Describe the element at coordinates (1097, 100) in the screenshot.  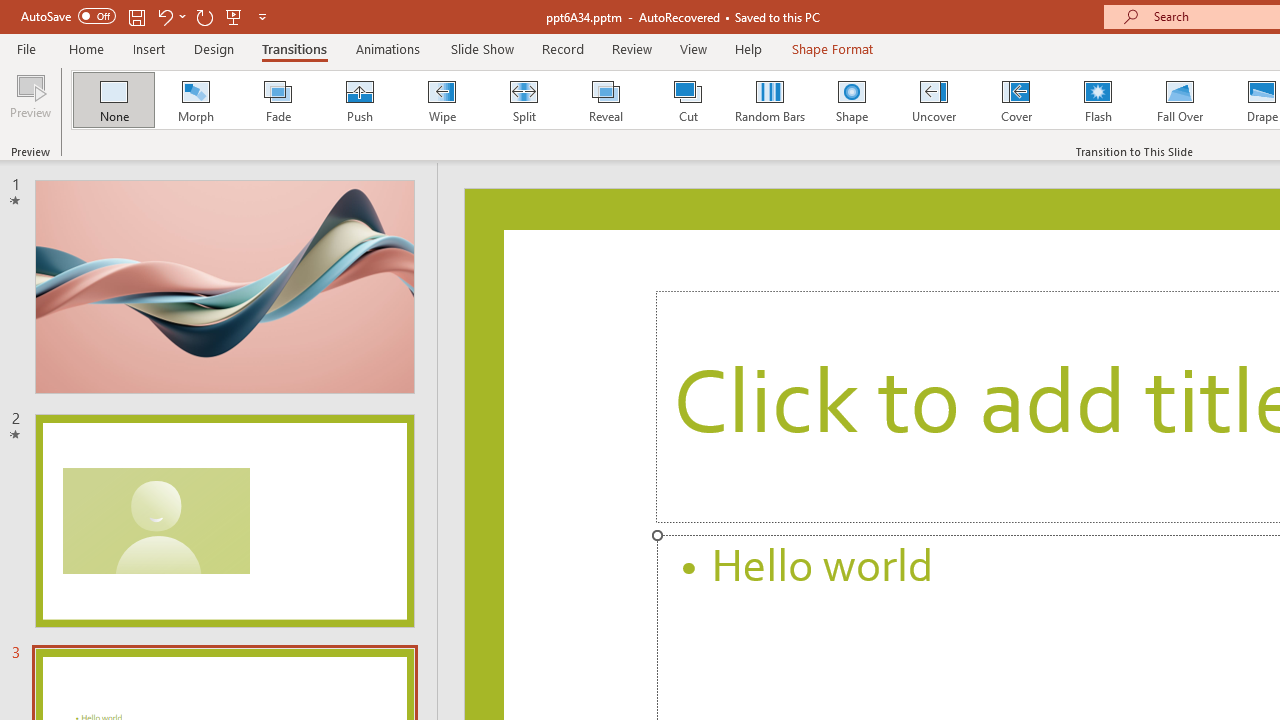
I see `'Flash'` at that location.